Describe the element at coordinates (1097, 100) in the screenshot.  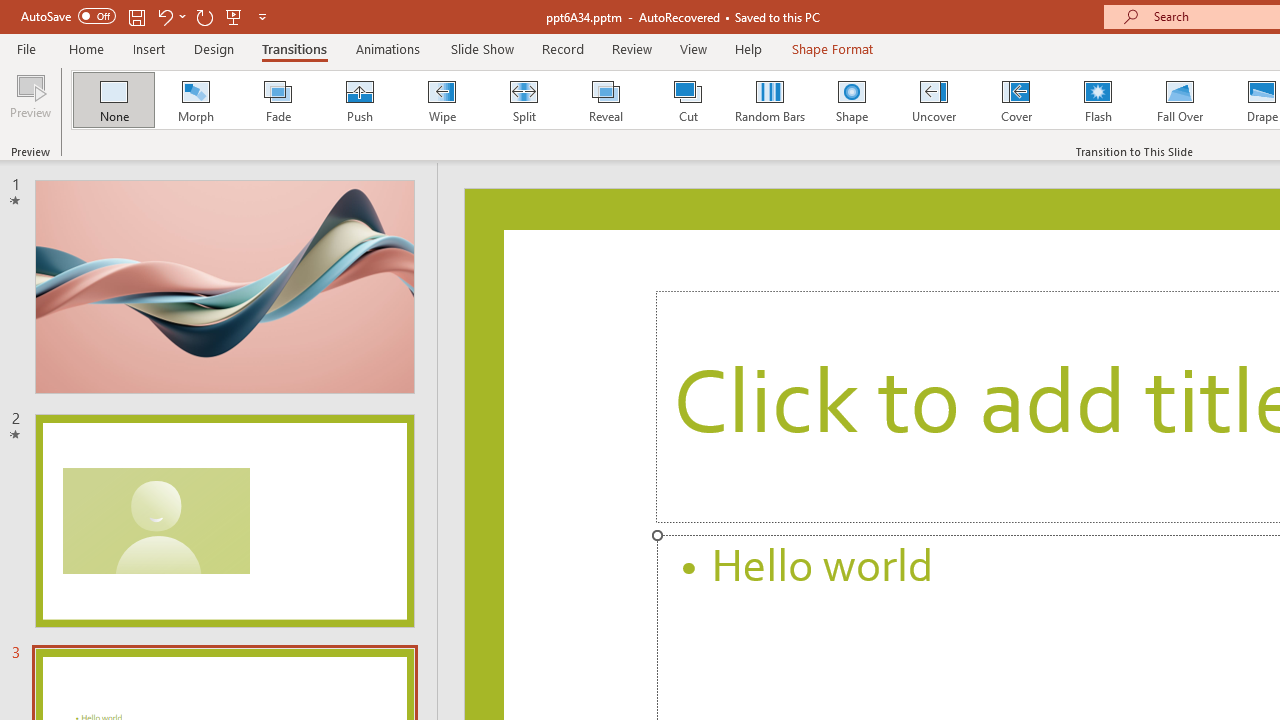
I see `'Flash'` at that location.